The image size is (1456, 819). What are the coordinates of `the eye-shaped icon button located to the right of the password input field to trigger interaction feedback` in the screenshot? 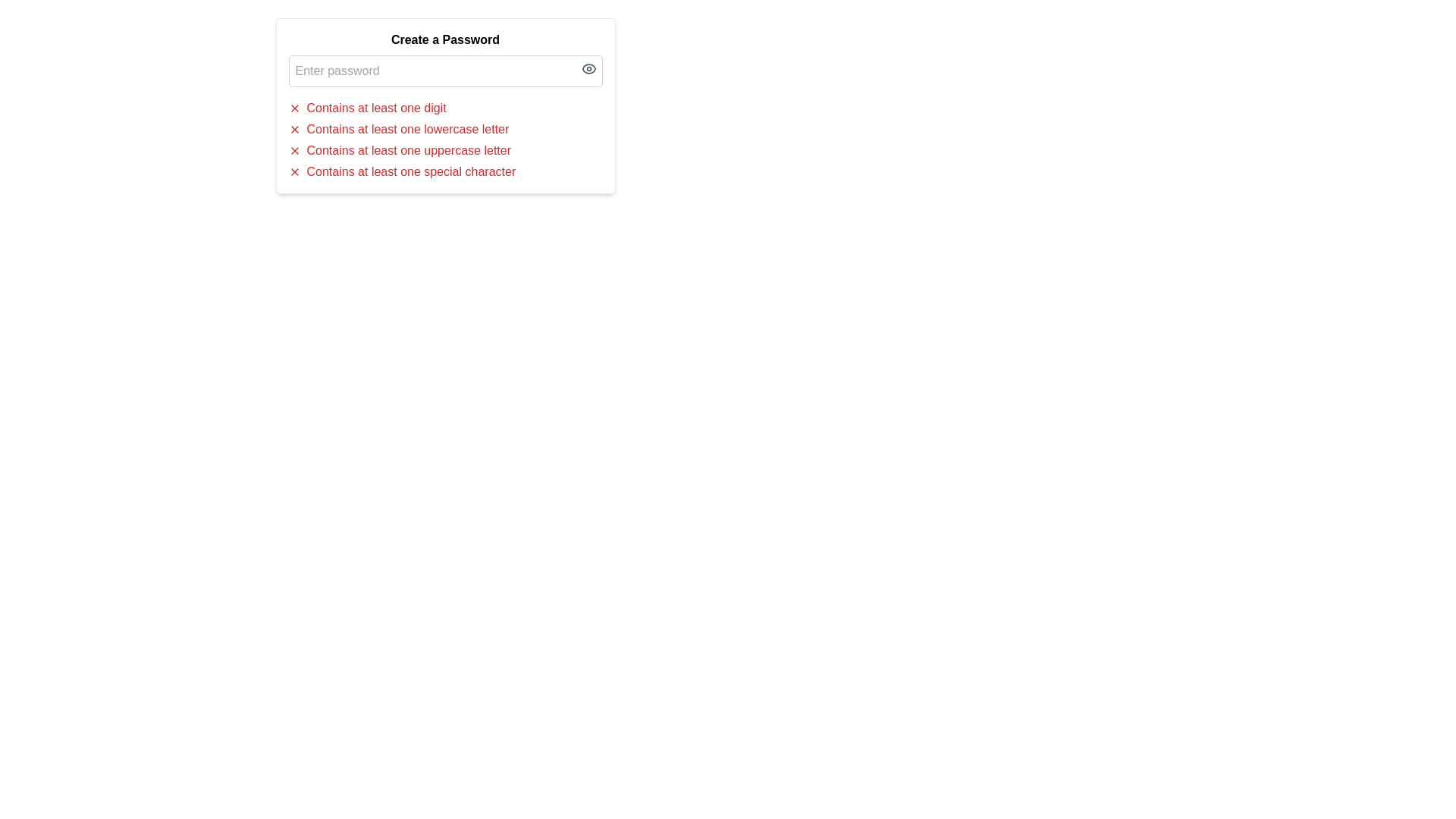 It's located at (588, 69).